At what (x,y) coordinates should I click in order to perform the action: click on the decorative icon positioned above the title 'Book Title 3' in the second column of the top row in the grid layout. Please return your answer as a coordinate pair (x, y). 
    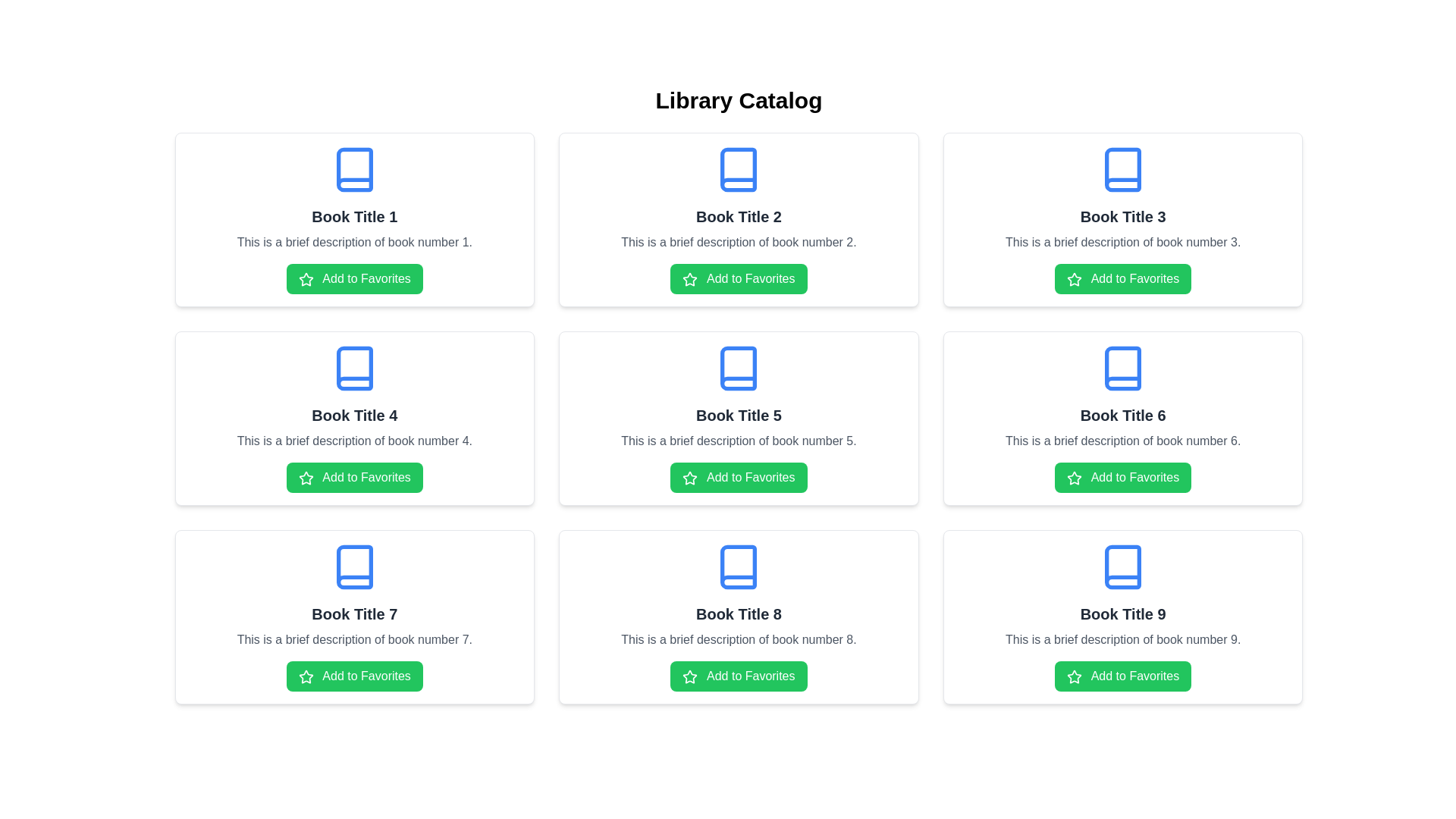
    Looking at the image, I should click on (1123, 169).